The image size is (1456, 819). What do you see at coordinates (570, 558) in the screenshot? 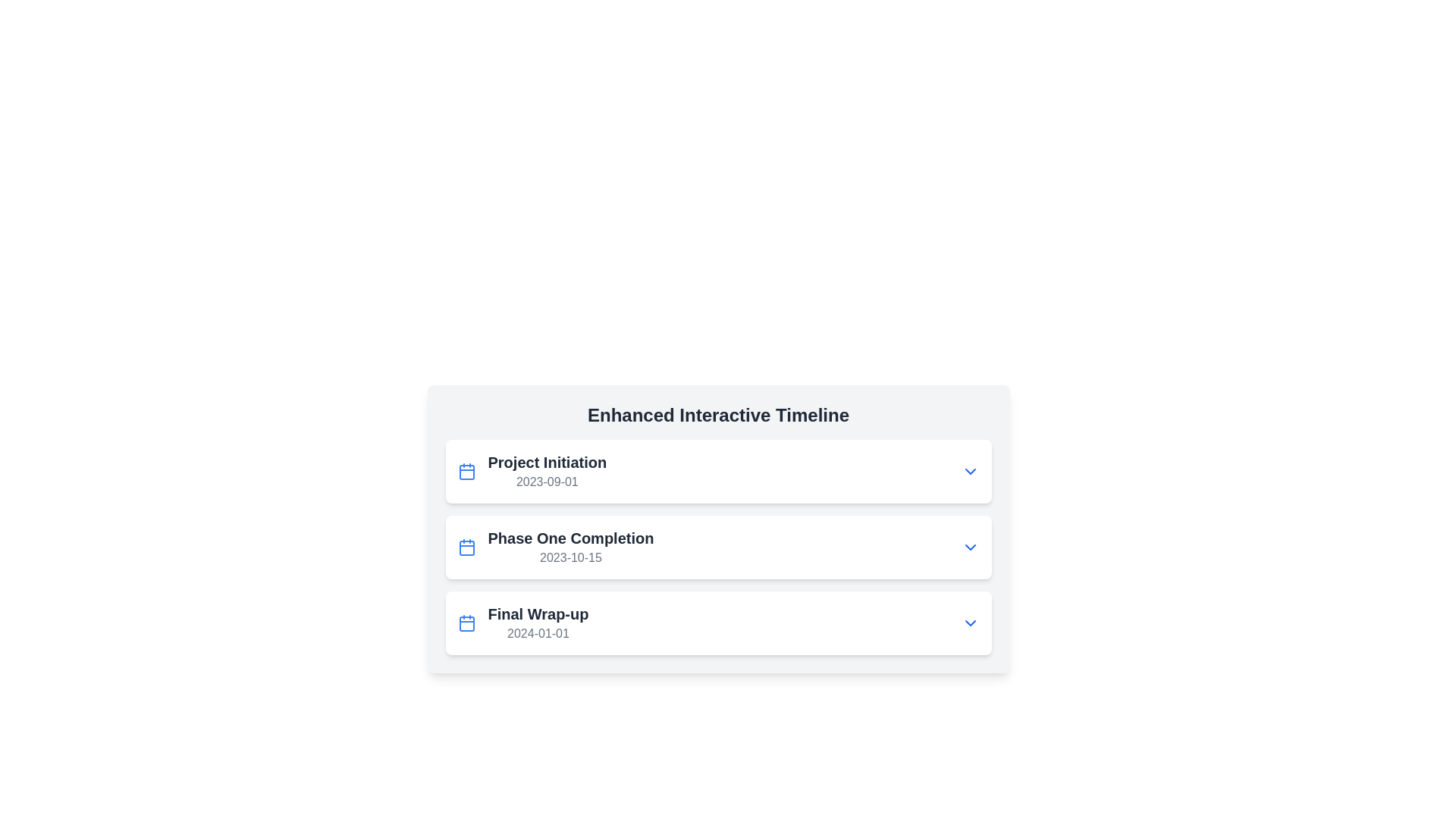
I see `the text display showing '2023-10-15' which is located beneath the header 'Phase One Completion' in the middle card of the interface` at bounding box center [570, 558].